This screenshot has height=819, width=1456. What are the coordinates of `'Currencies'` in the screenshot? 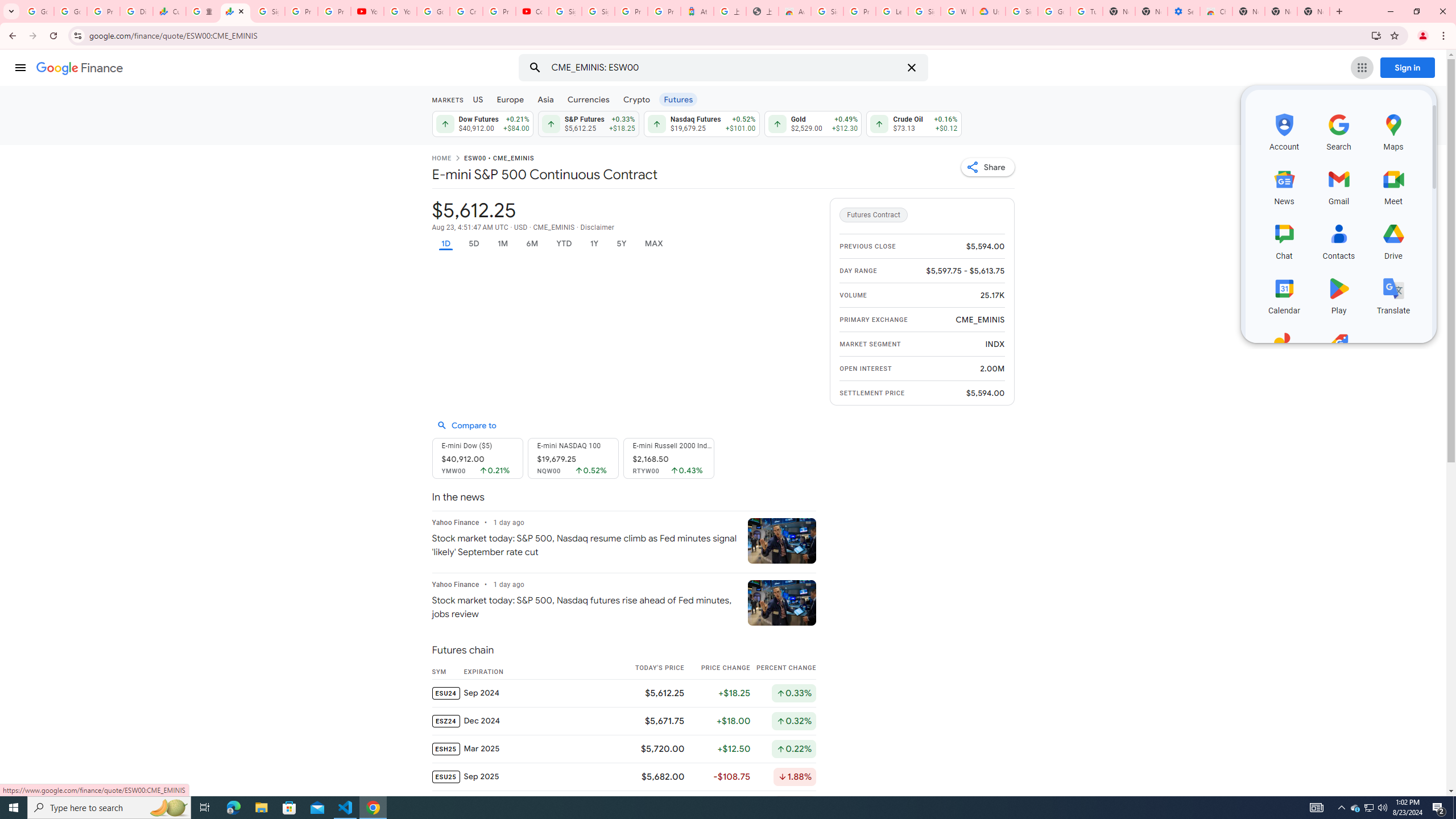 It's located at (588, 98).